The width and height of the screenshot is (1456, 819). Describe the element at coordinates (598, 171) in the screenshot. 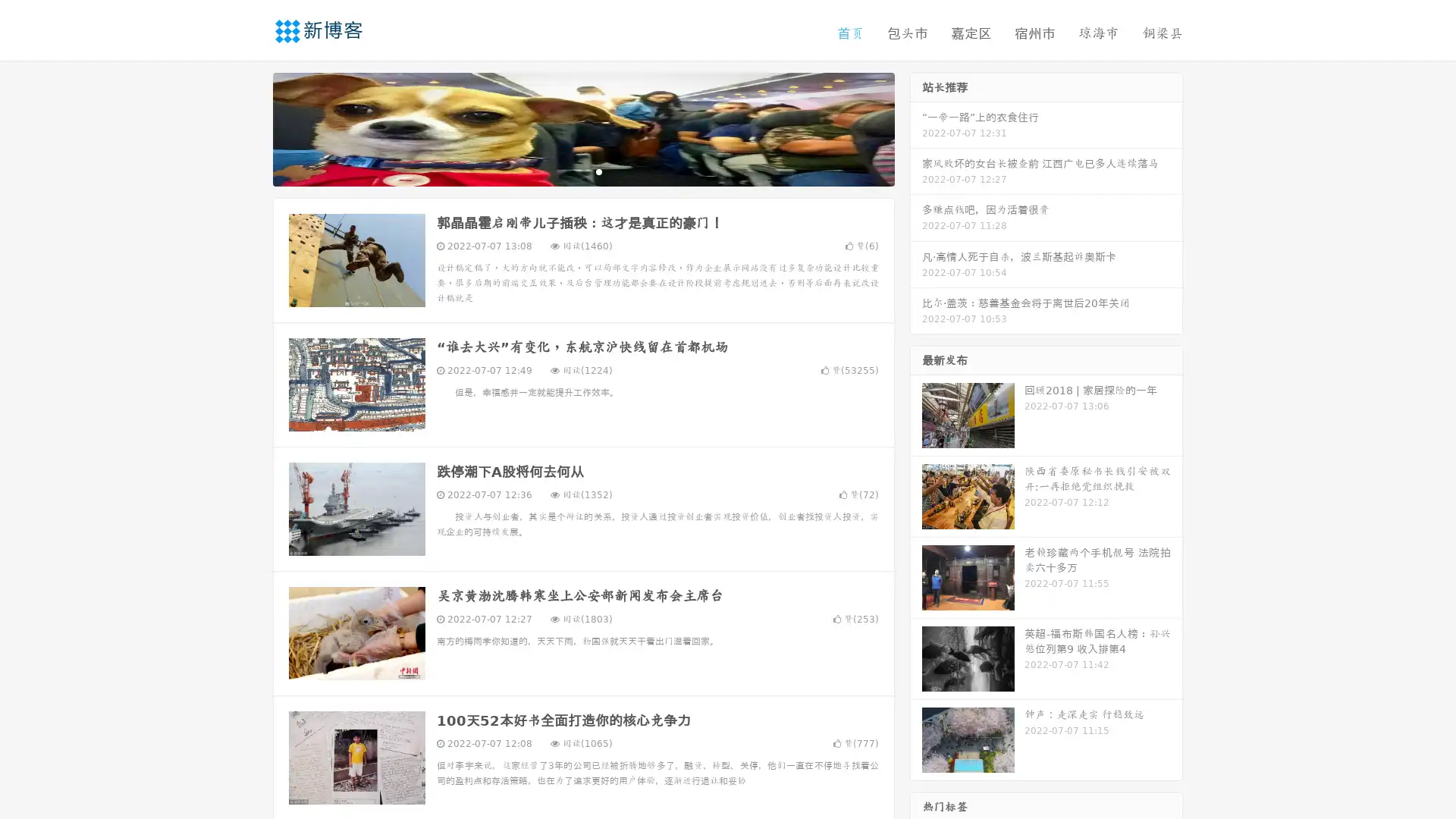

I see `Go to slide 3` at that location.